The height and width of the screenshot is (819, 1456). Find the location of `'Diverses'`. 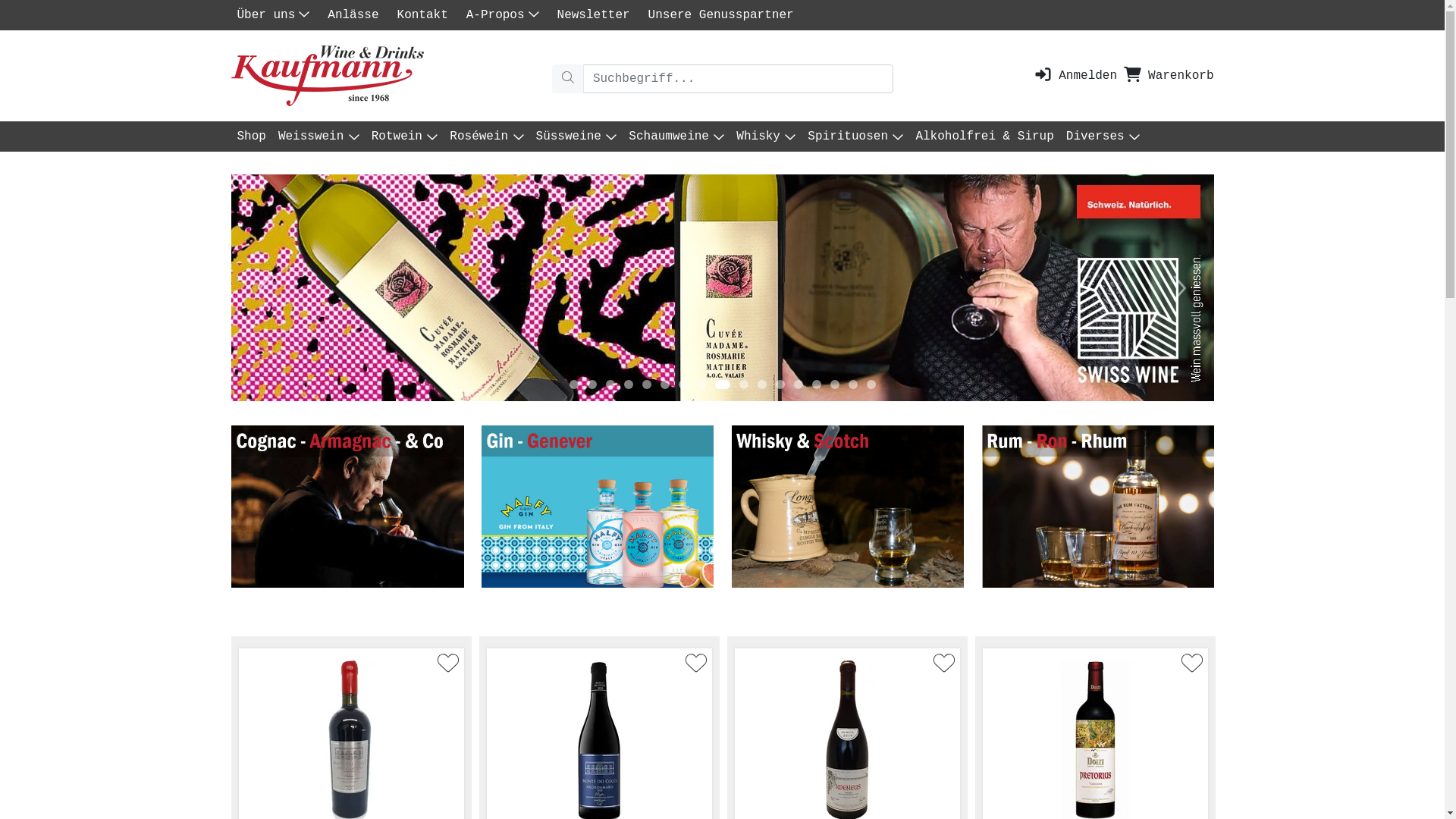

'Diverses' is located at coordinates (1103, 136).